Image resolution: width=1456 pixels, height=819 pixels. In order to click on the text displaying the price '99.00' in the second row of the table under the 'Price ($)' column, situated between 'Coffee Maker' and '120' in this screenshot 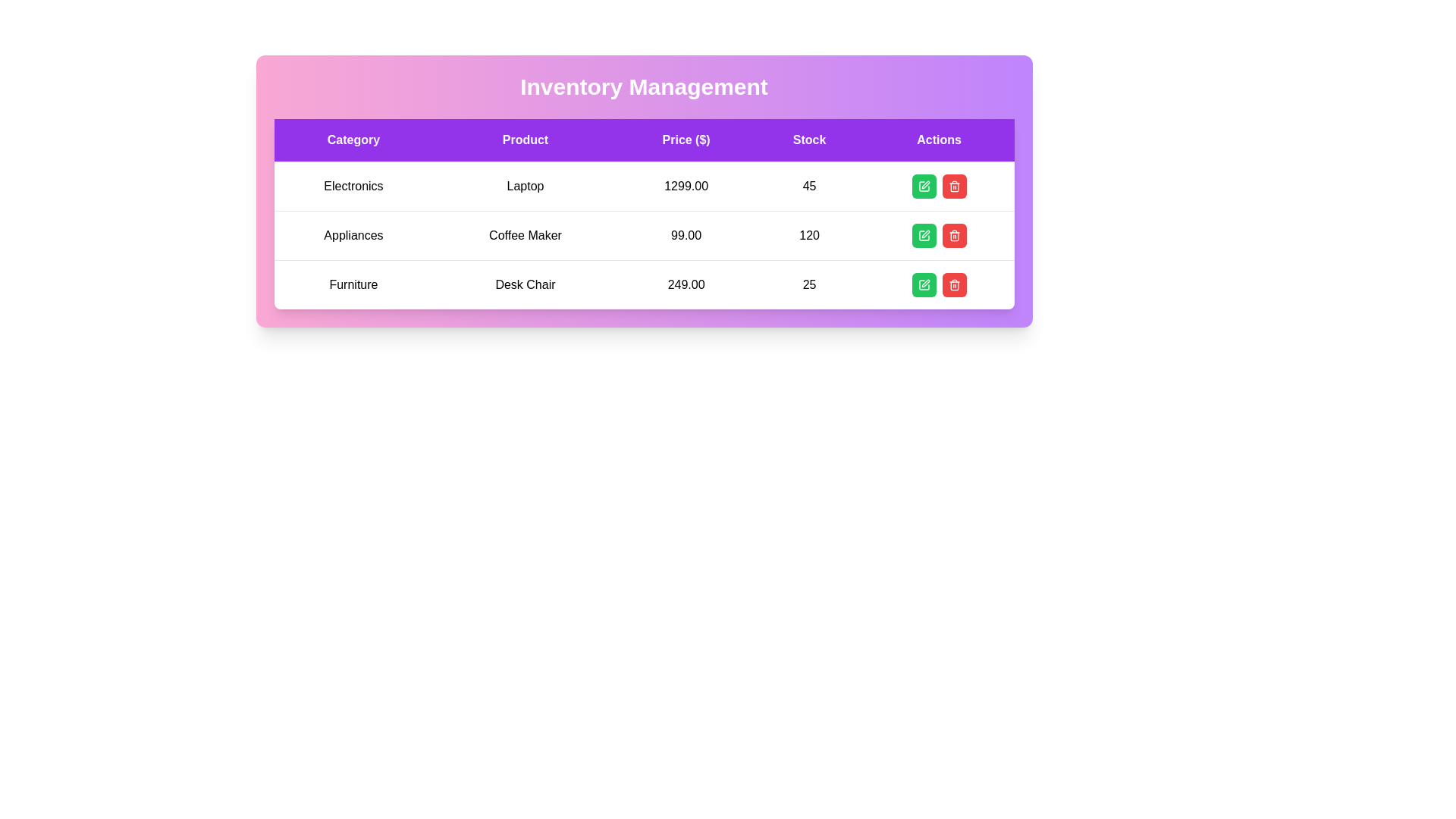, I will do `click(686, 236)`.